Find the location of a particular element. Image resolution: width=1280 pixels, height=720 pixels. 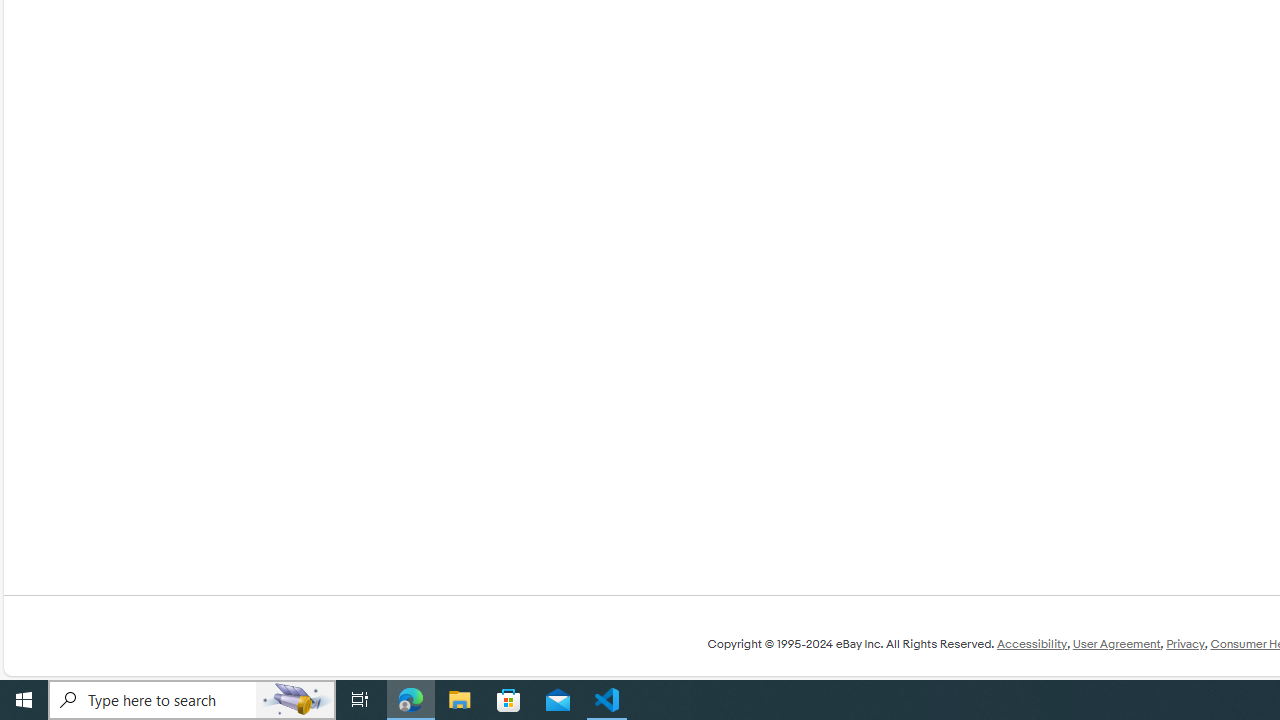

'User Agreement' is located at coordinates (1115, 644).